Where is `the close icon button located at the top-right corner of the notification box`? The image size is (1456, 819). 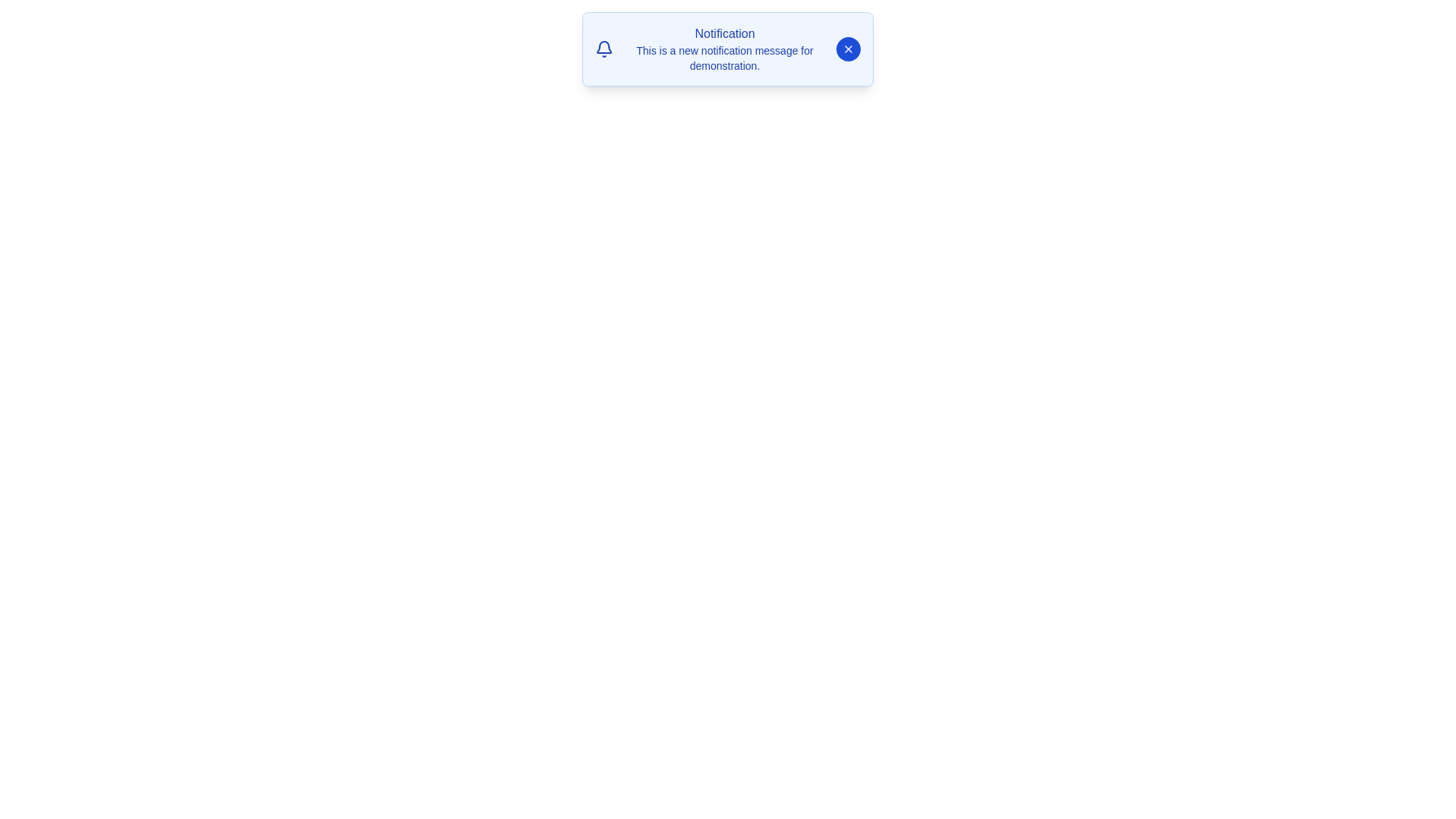
the close icon button located at the top-right corner of the notification box is located at coordinates (847, 49).